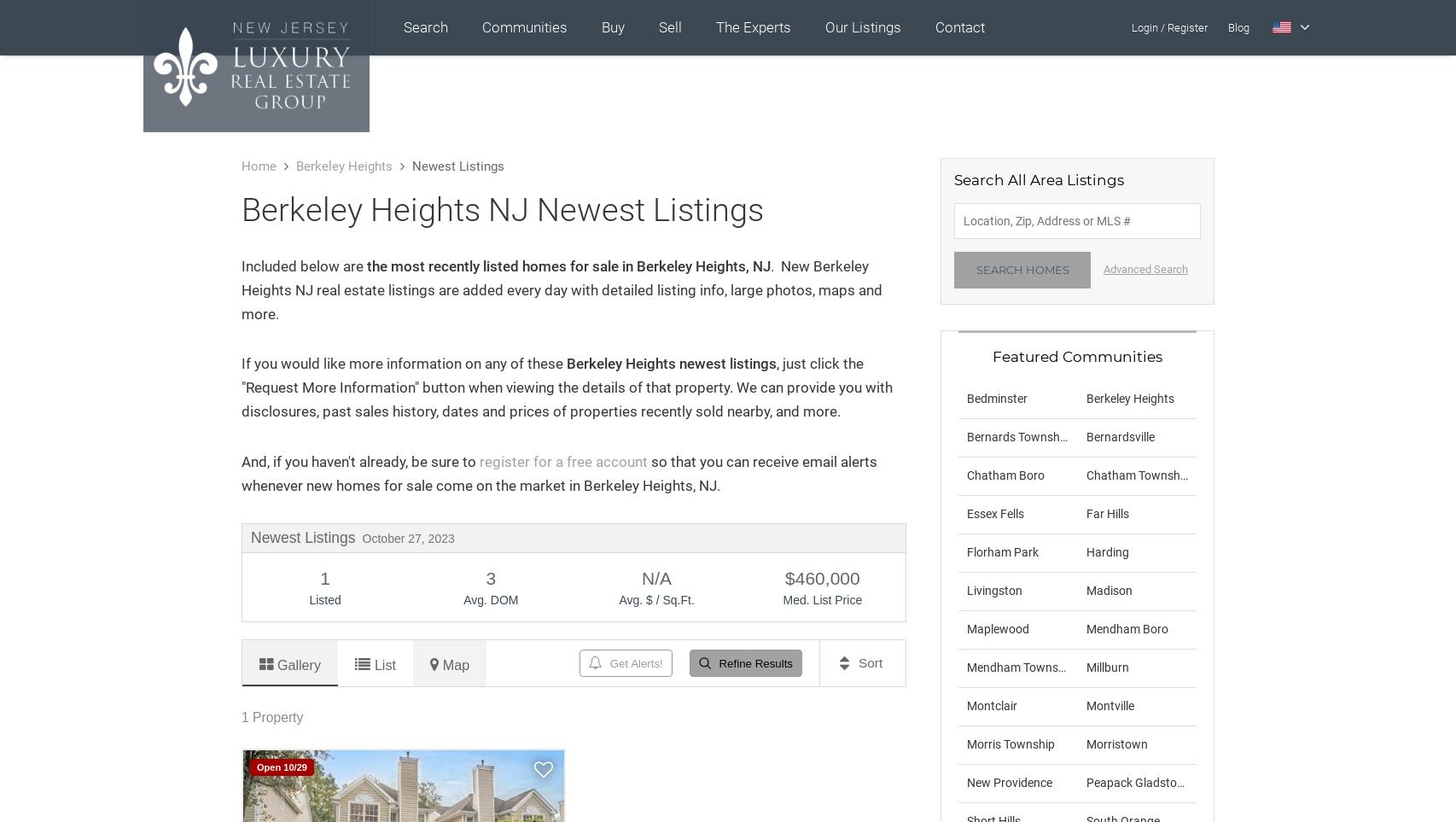  What do you see at coordinates (558, 472) in the screenshot?
I see `'so that you can receive email alerts whenever new homes for sale'` at bounding box center [558, 472].